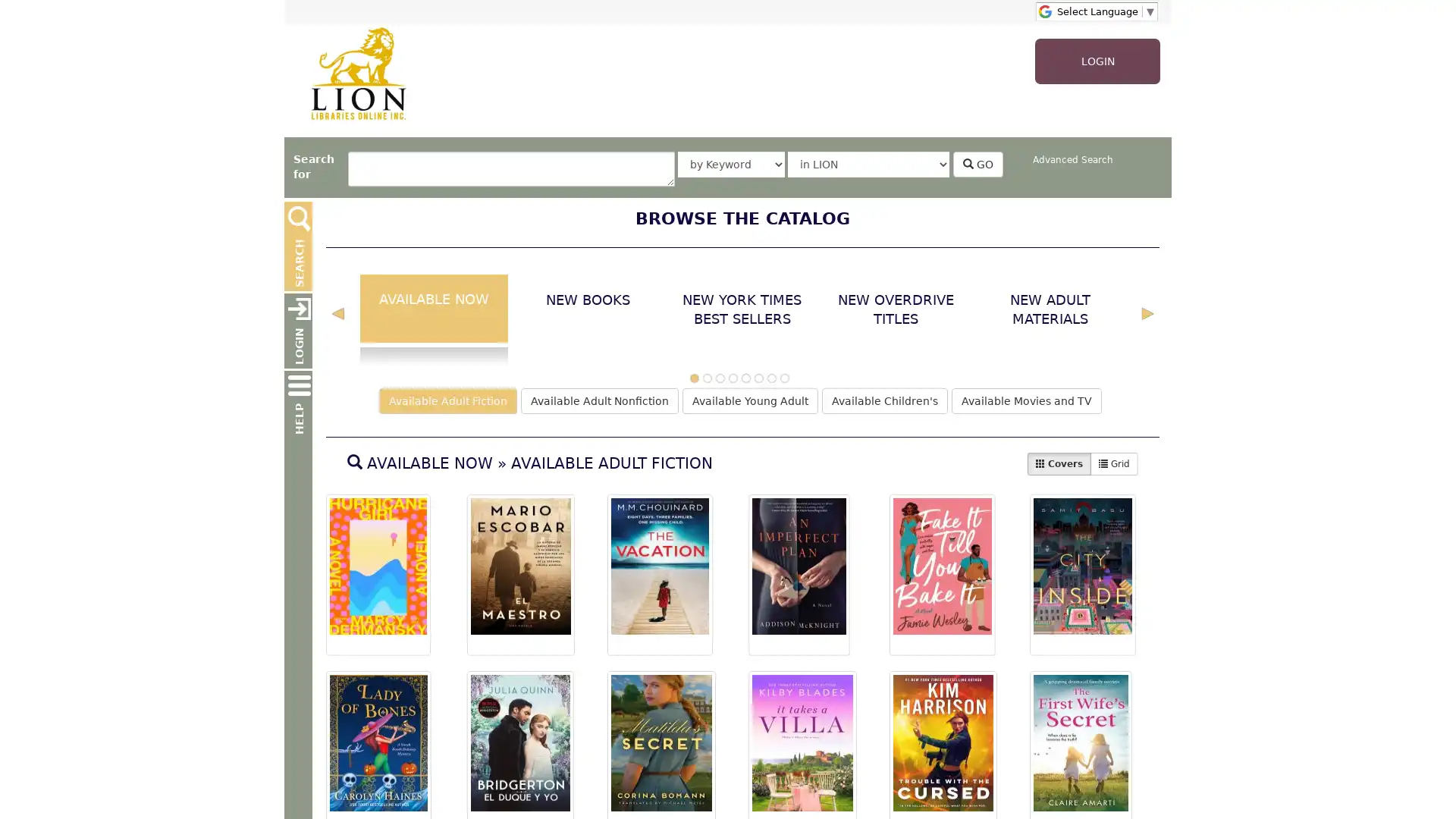 Image resolution: width=1456 pixels, height=819 pixels. What do you see at coordinates (750, 400) in the screenshot?
I see `Available Young Adult` at bounding box center [750, 400].